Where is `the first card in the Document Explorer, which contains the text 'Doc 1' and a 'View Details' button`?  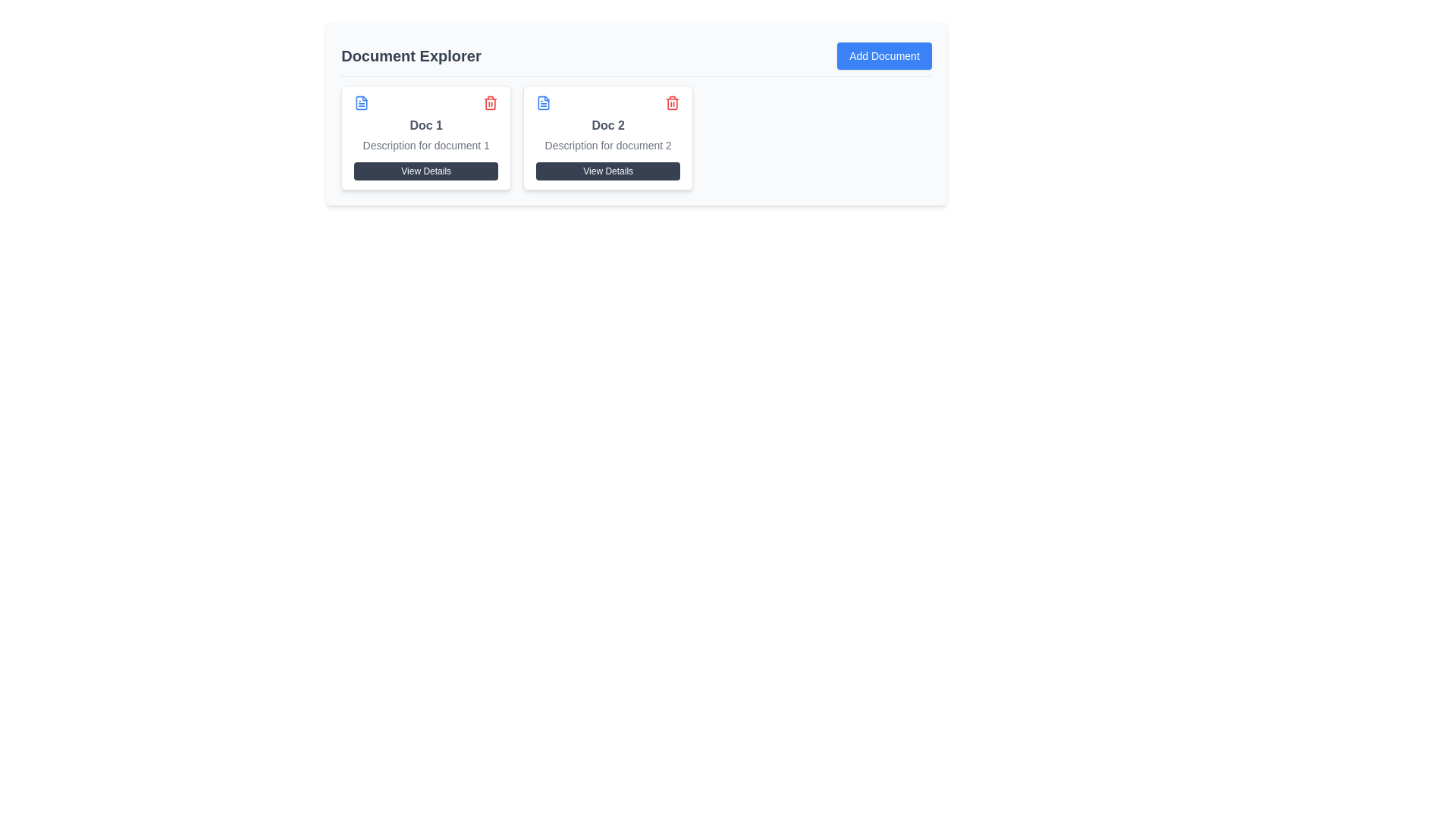
the first card in the Document Explorer, which contains the text 'Doc 1' and a 'View Details' button is located at coordinates (425, 137).